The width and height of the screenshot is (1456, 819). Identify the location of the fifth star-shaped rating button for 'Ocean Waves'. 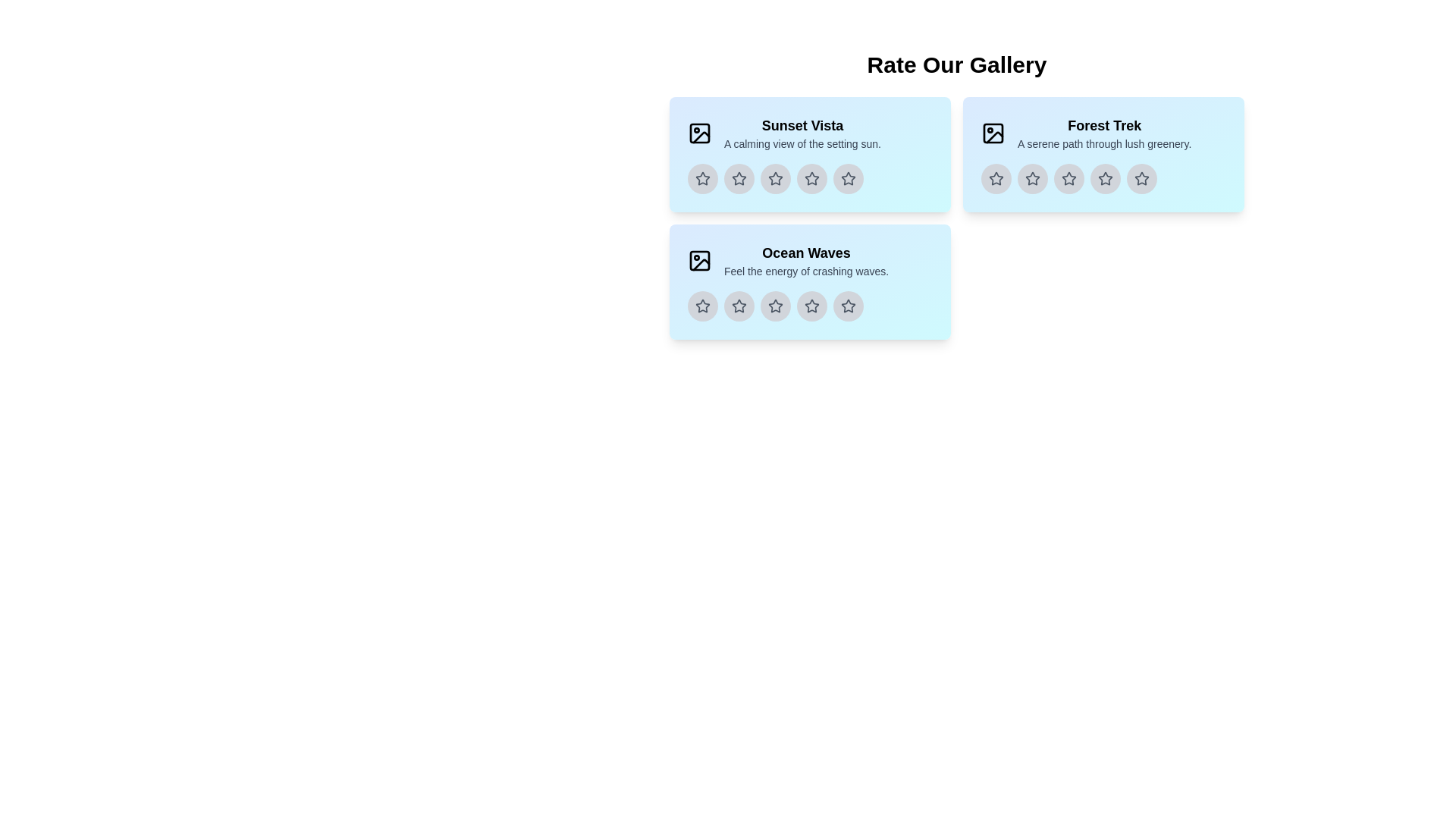
(847, 305).